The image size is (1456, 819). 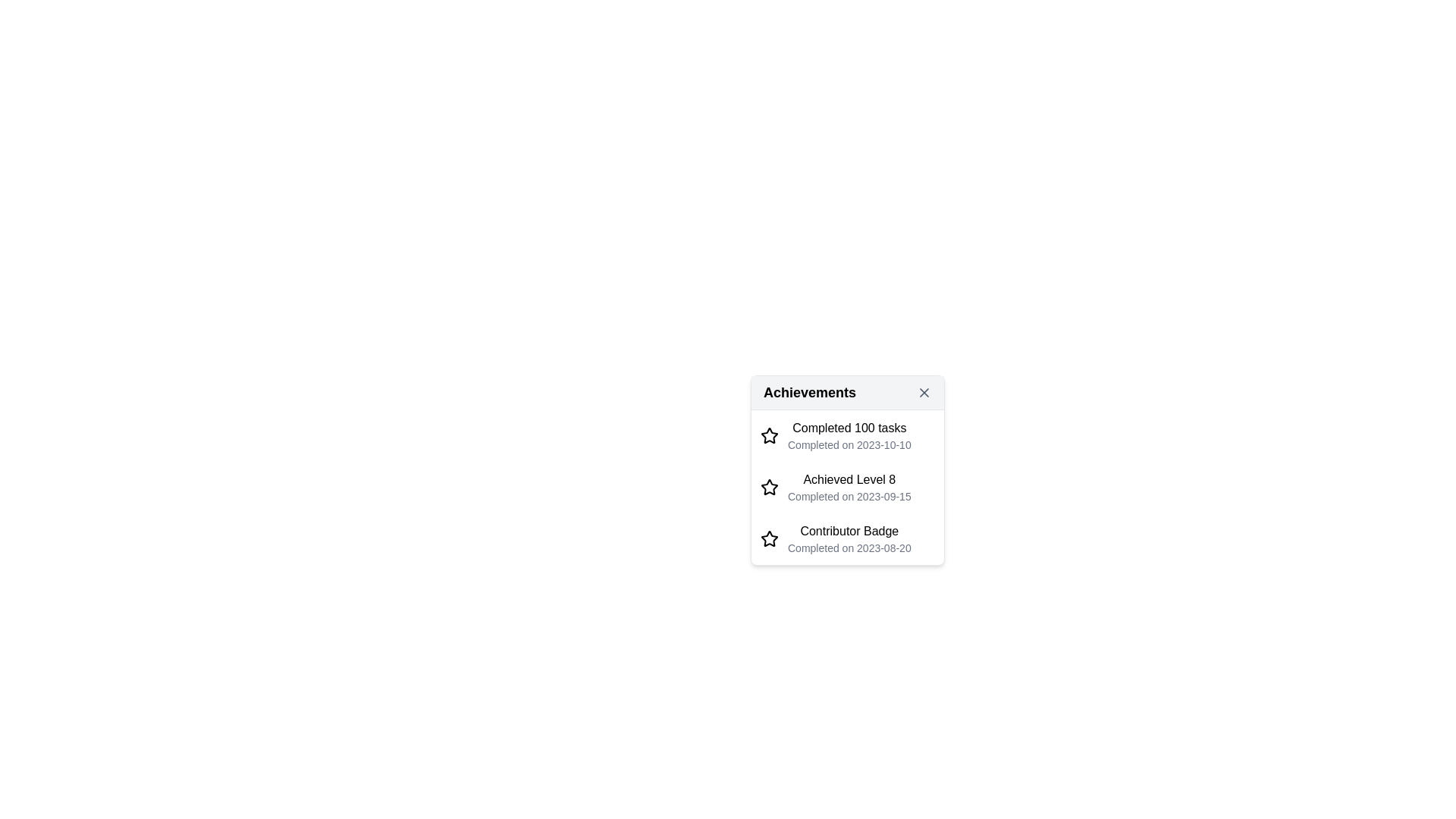 What do you see at coordinates (849, 435) in the screenshot?
I see `text displayed in the first achievement item, which shows the user has completed 100 tasks along with the date of completion` at bounding box center [849, 435].